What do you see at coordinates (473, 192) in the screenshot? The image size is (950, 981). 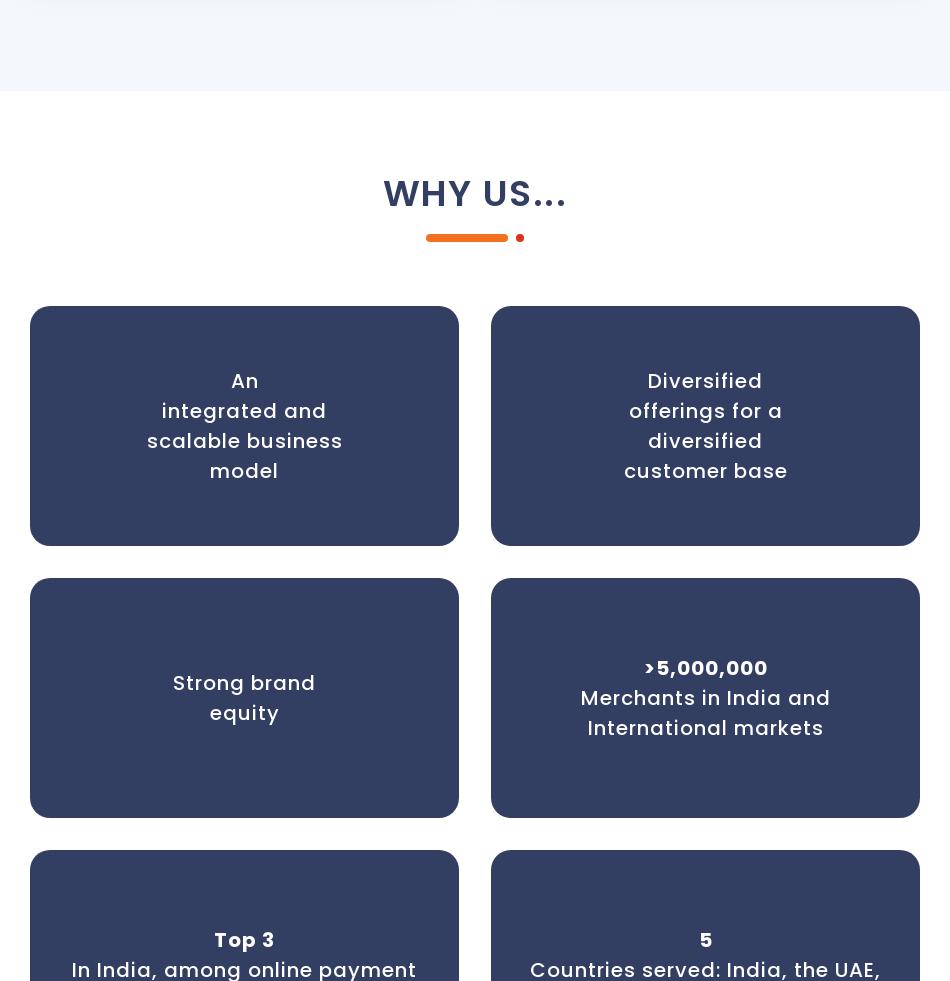 I see `'Why Us...'` at bounding box center [473, 192].